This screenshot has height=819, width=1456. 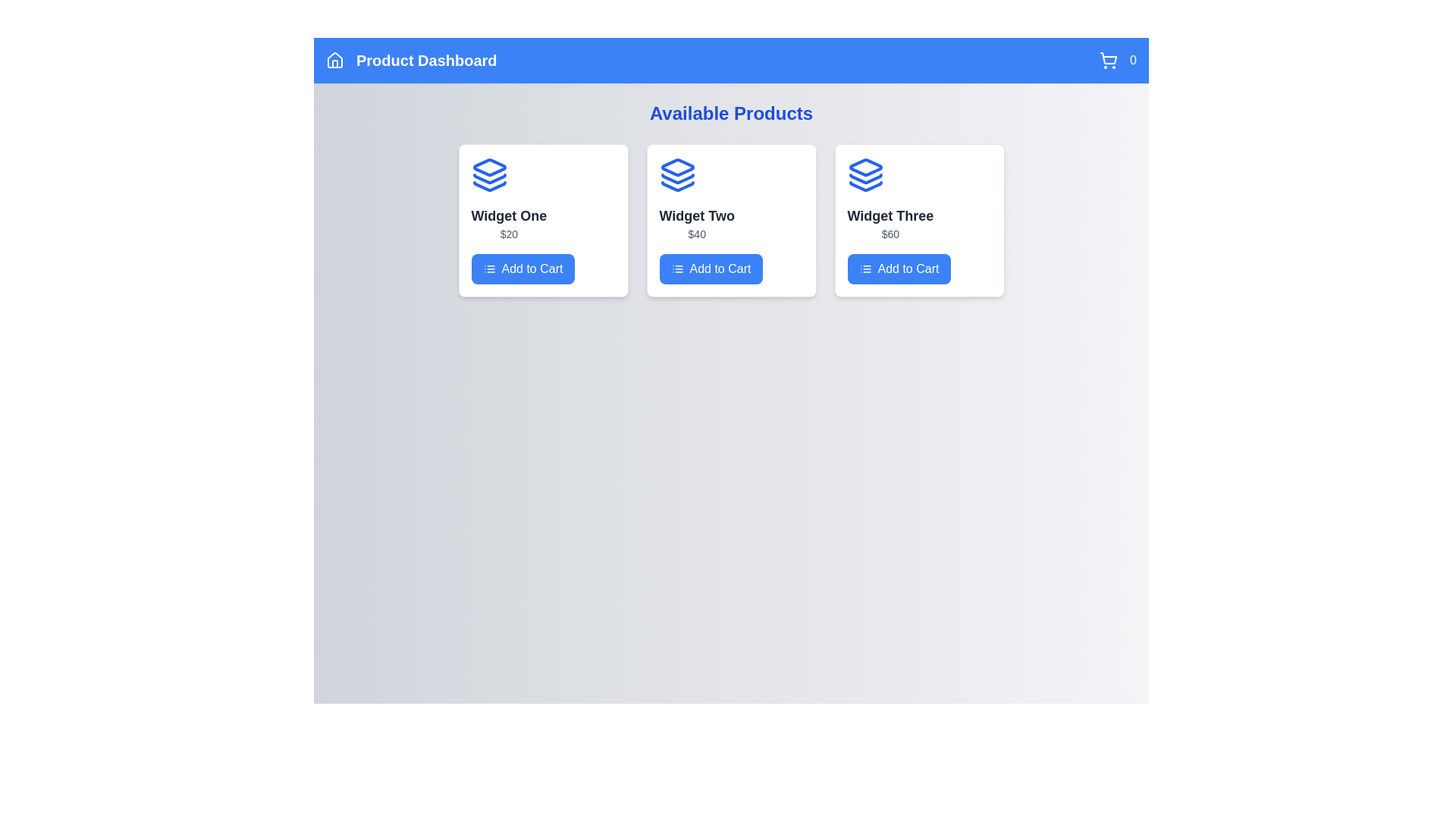 What do you see at coordinates (676, 186) in the screenshot?
I see `the decorative icon at the bottom of the layered icon on the card labeled 'Widget Two', located in the second column of the product grid` at bounding box center [676, 186].